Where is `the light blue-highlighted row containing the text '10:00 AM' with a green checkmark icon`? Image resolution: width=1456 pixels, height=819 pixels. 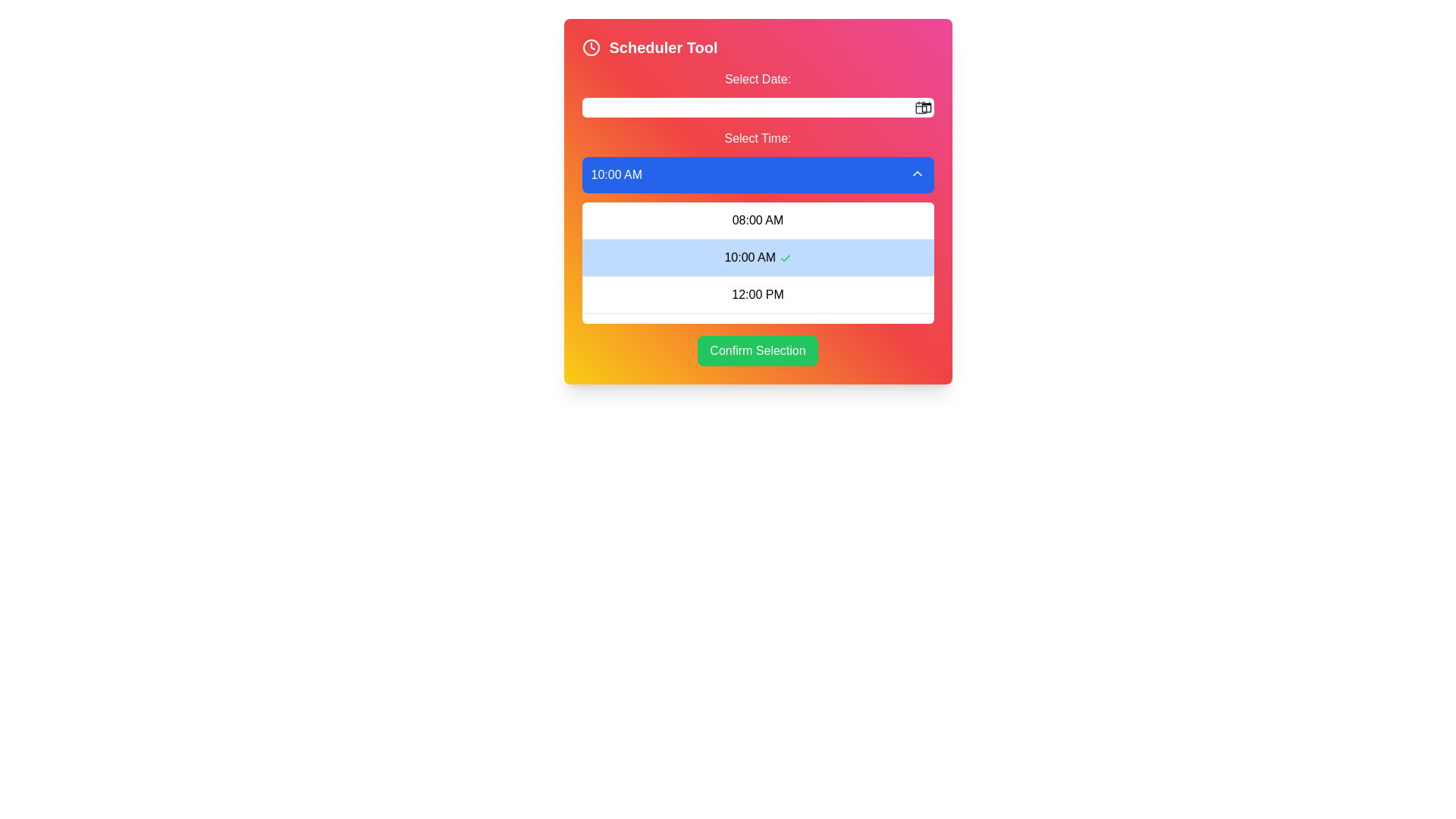 the light blue-highlighted row containing the text '10:00 AM' with a green checkmark icon is located at coordinates (758, 262).